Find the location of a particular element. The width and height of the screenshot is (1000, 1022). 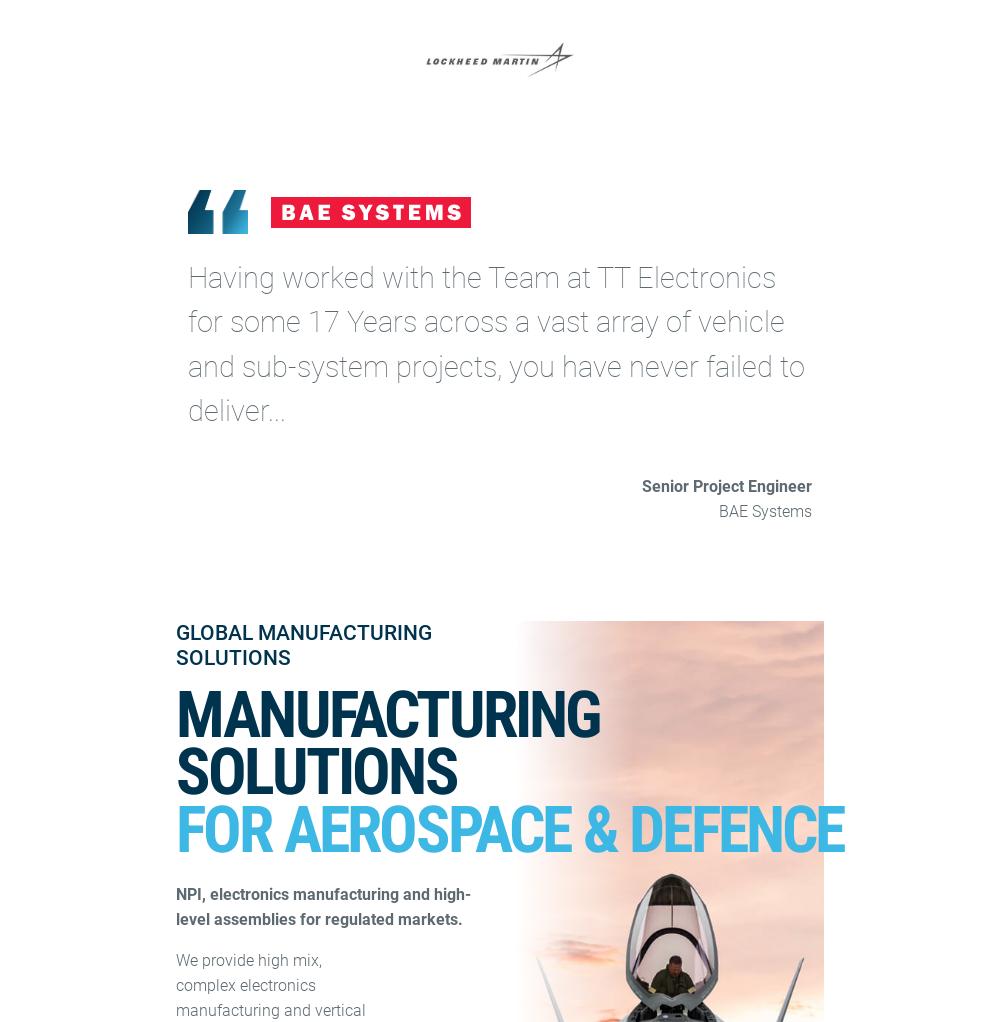

'Privacy & Cookie Policy' is located at coordinates (567, 676).